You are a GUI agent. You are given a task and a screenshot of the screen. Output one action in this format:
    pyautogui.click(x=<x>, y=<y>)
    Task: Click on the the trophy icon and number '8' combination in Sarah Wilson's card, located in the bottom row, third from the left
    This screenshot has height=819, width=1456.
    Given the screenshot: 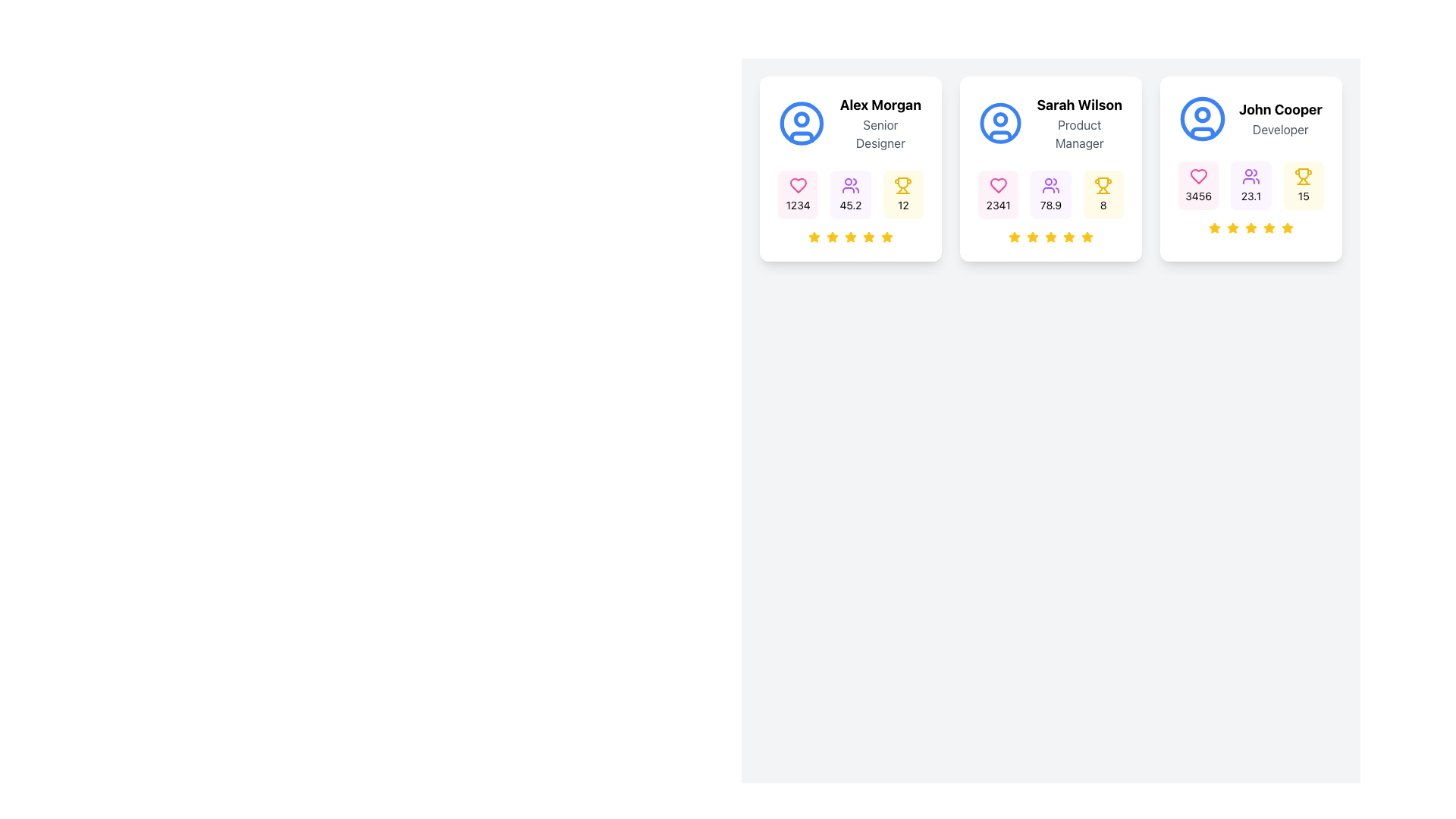 What is the action you would take?
    pyautogui.click(x=1103, y=194)
    